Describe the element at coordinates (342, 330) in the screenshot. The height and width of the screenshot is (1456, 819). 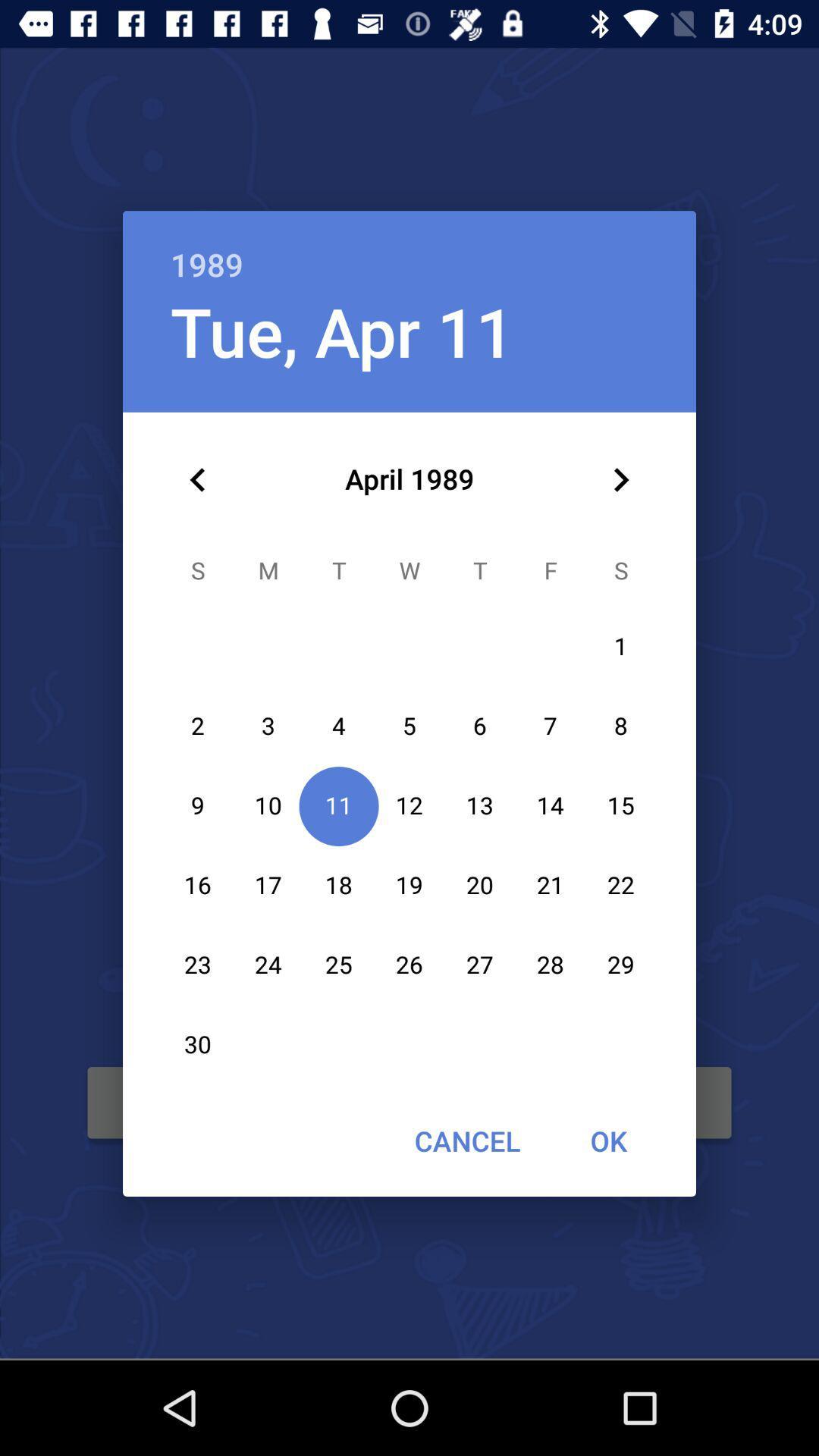
I see `tue, apr 11 item` at that location.